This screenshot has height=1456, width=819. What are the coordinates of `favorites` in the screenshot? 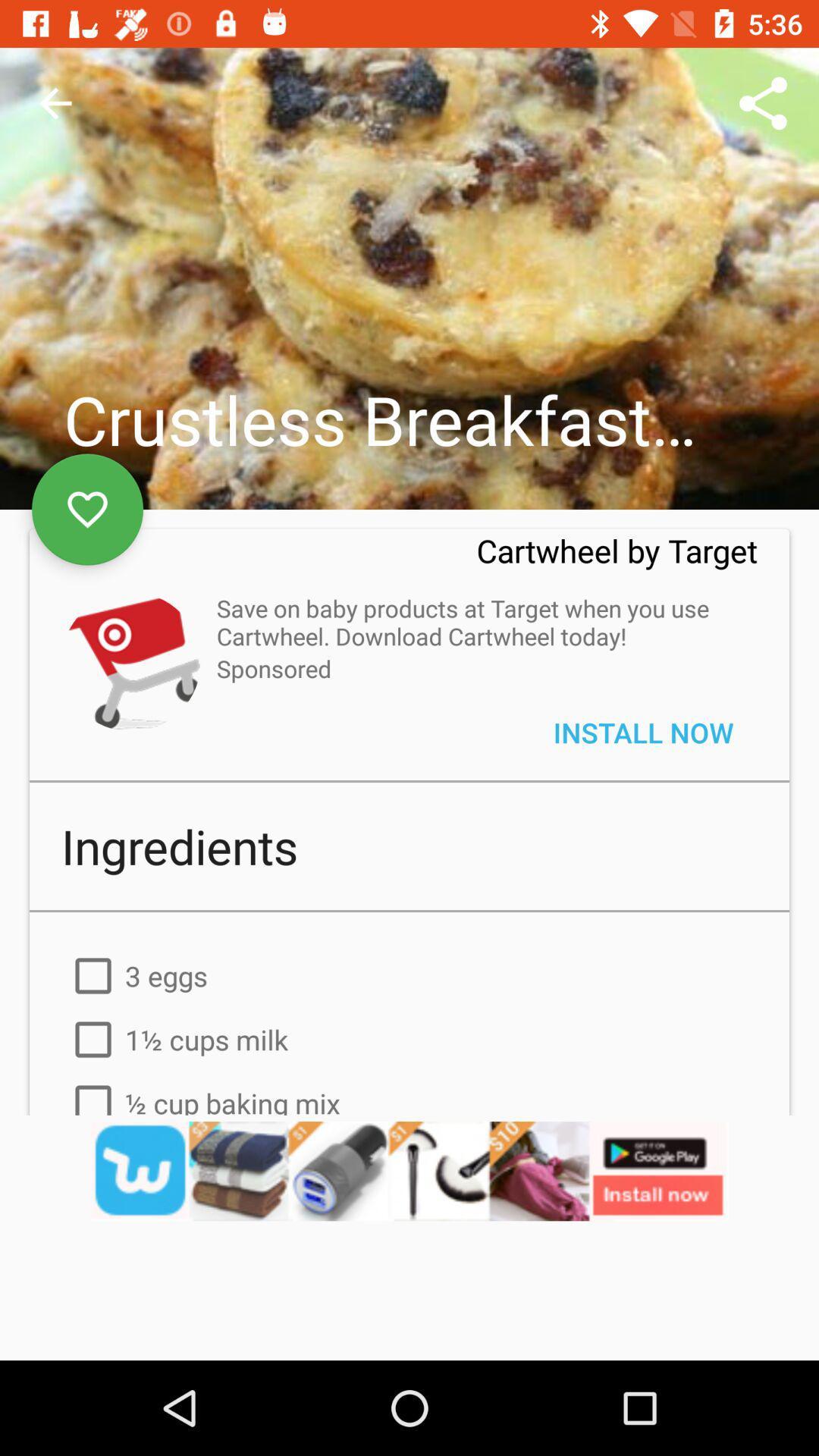 It's located at (87, 510).